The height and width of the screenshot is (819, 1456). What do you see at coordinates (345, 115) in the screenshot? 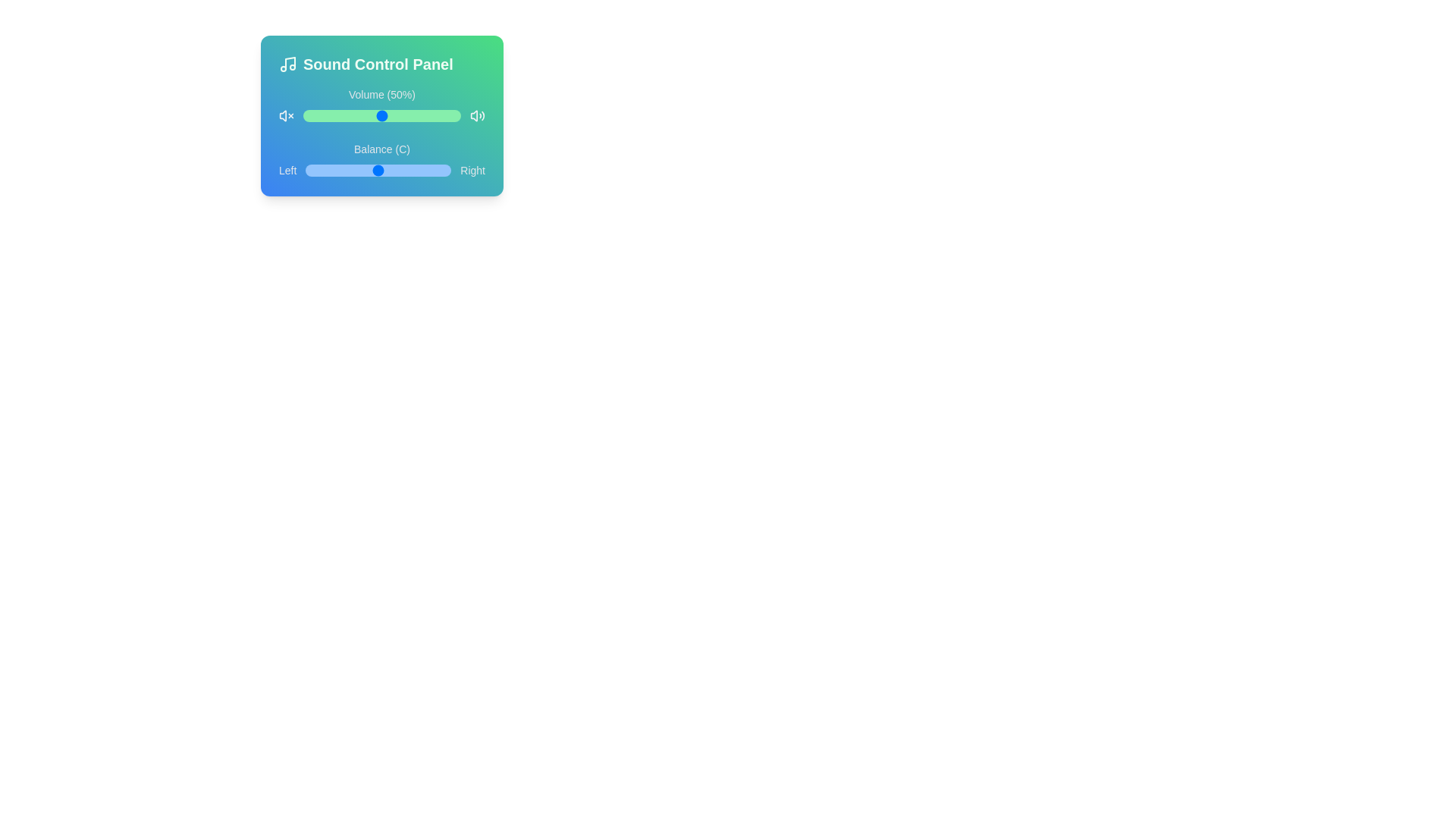
I see `the volume level` at bounding box center [345, 115].